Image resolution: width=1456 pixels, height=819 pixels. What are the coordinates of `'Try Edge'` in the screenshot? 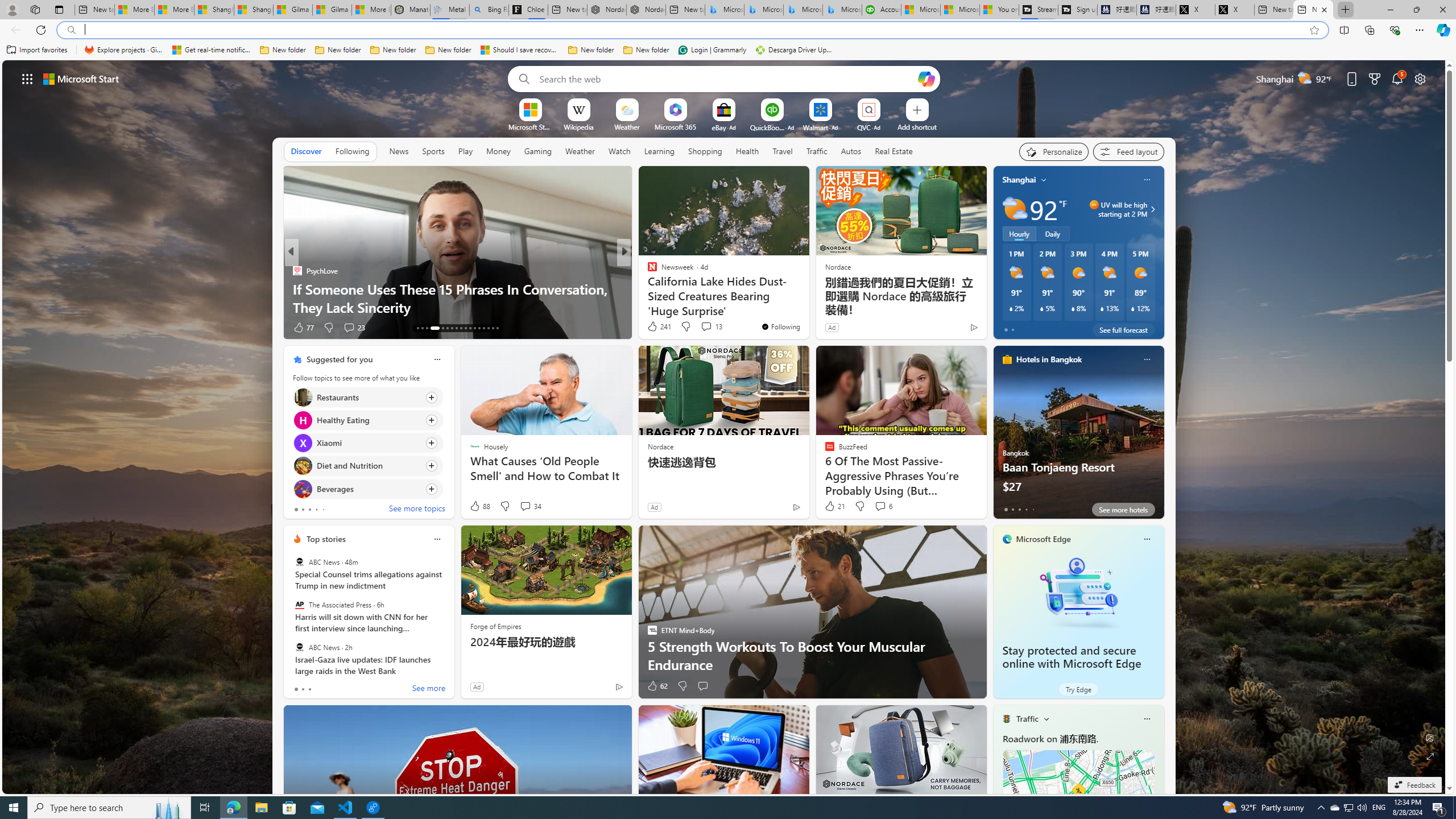 It's located at (1078, 688).